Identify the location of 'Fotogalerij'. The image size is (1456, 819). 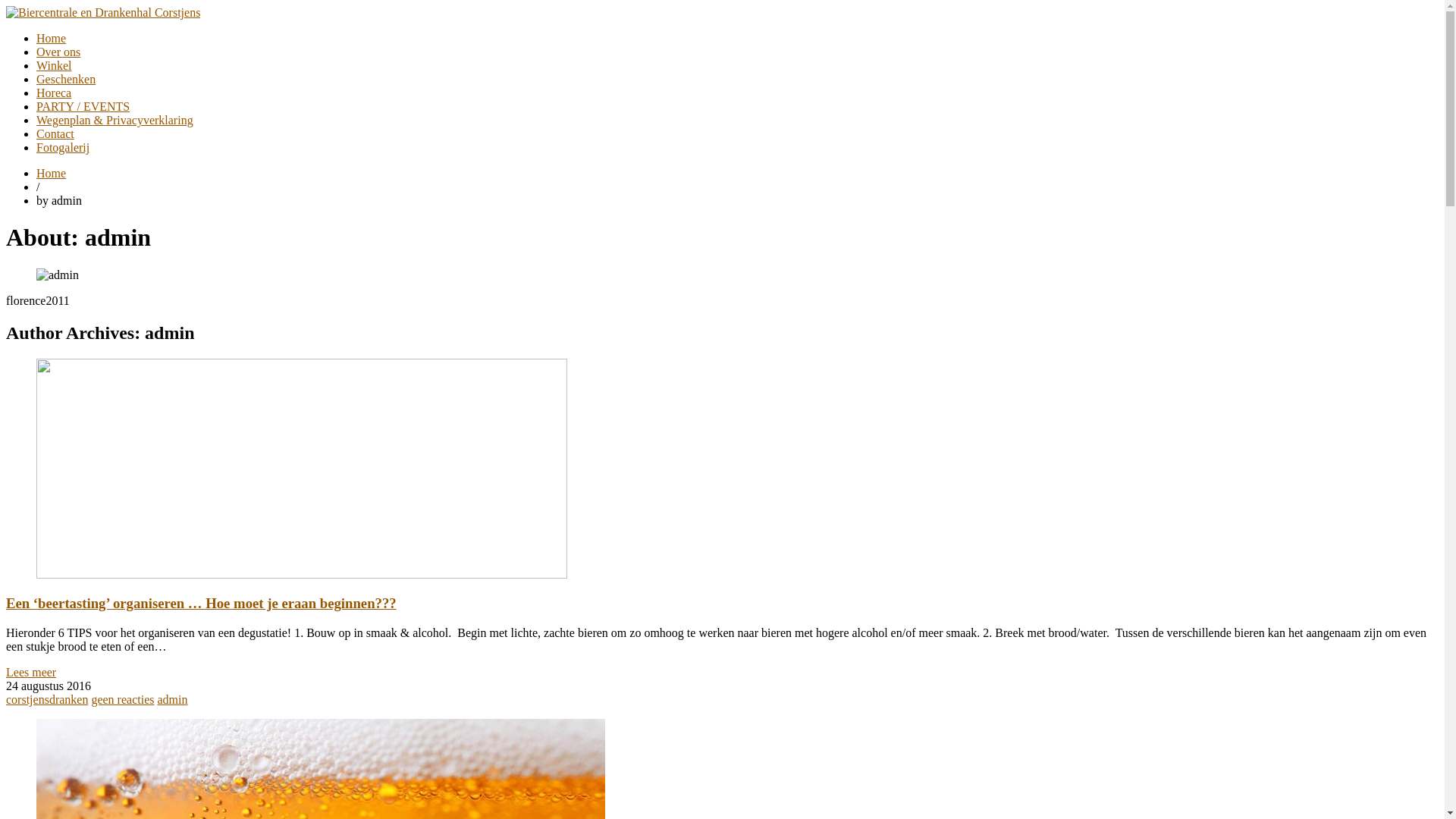
(61, 147).